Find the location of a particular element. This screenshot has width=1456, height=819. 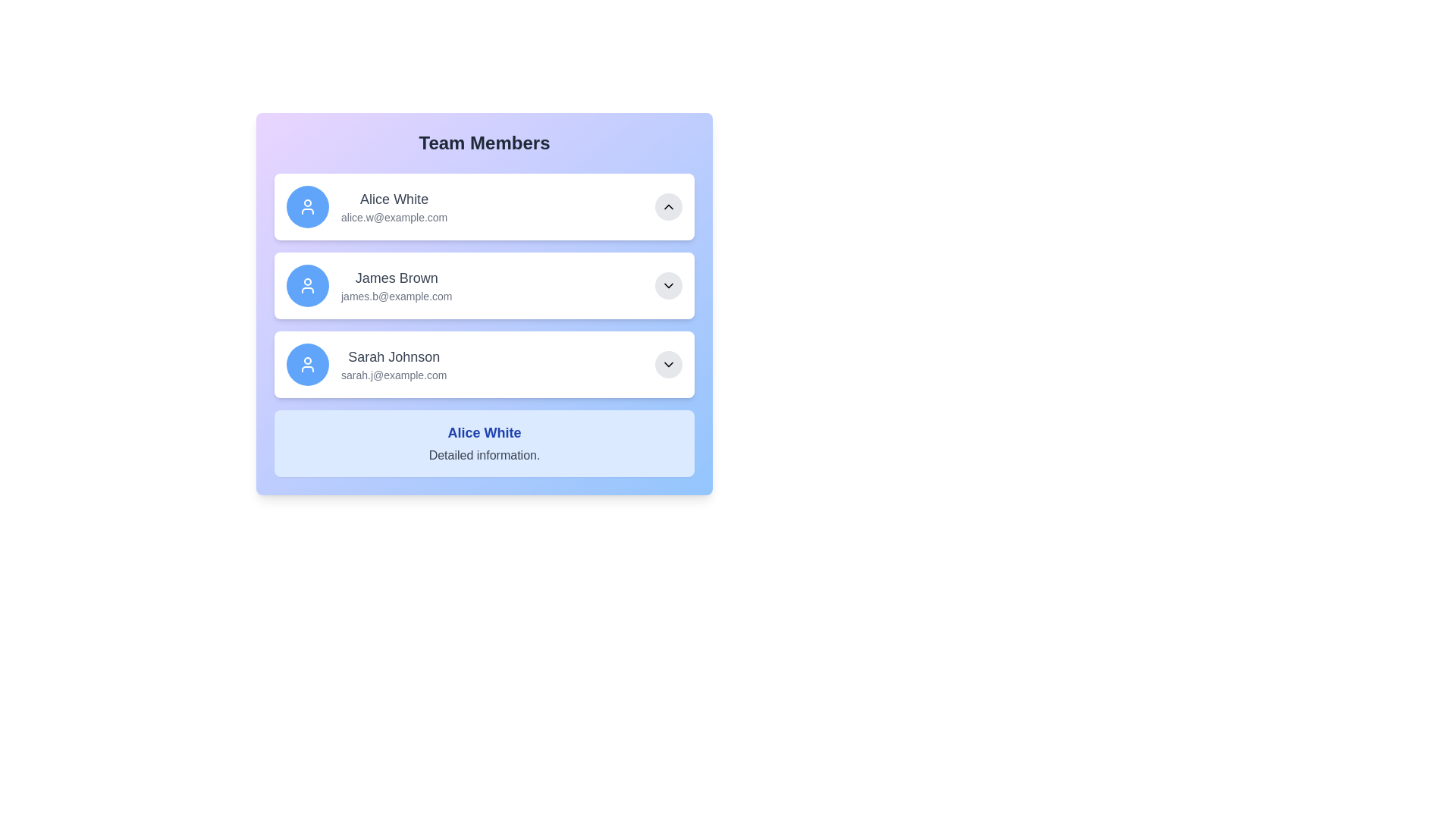

the user profile icon representing 'James Brown', which is positioned to the left of the text 'James Brown' and 'james.b@example.com' is located at coordinates (307, 286).